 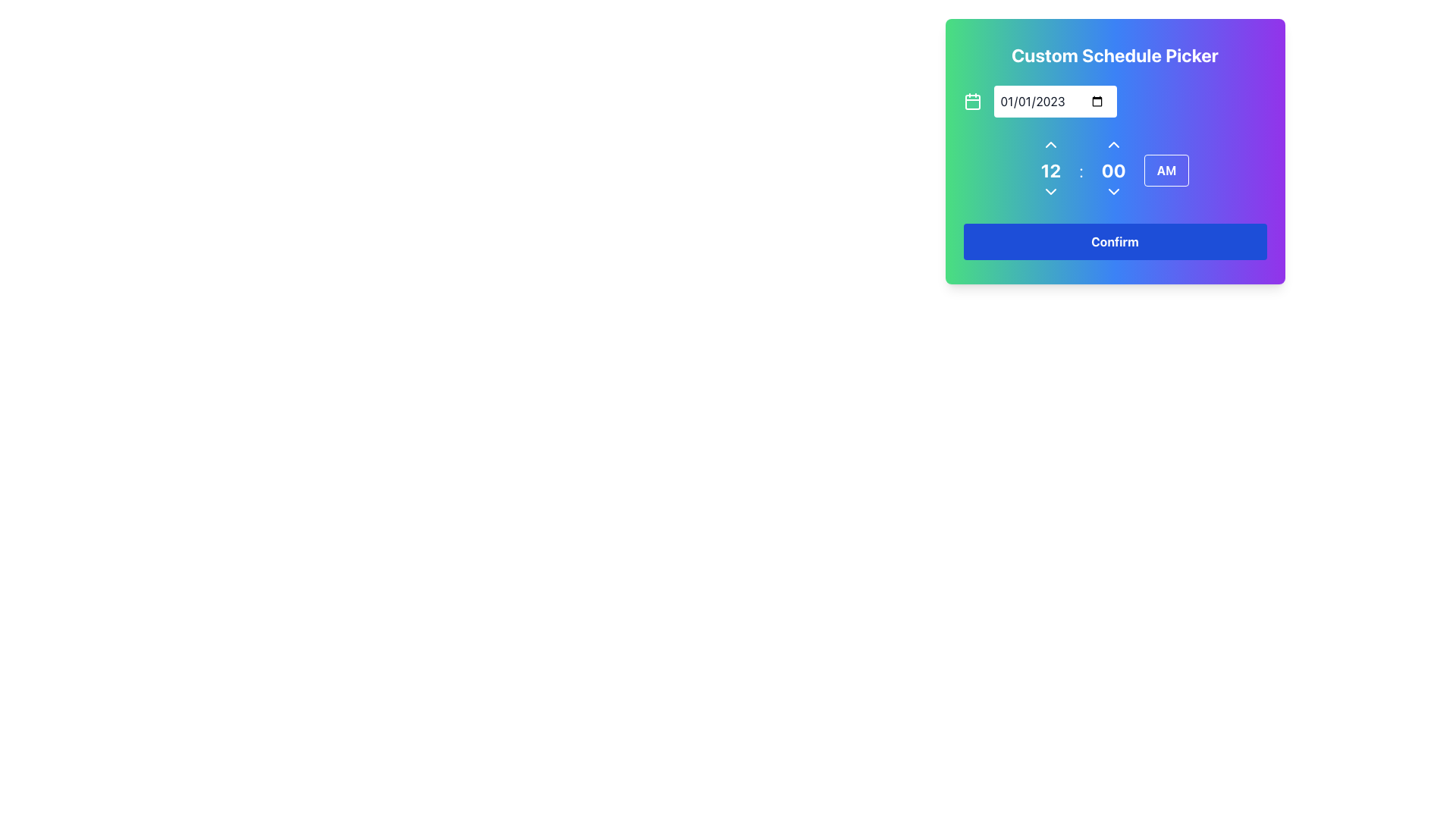 I want to click on the calendar icon in the Date Selector, so click(x=1115, y=102).